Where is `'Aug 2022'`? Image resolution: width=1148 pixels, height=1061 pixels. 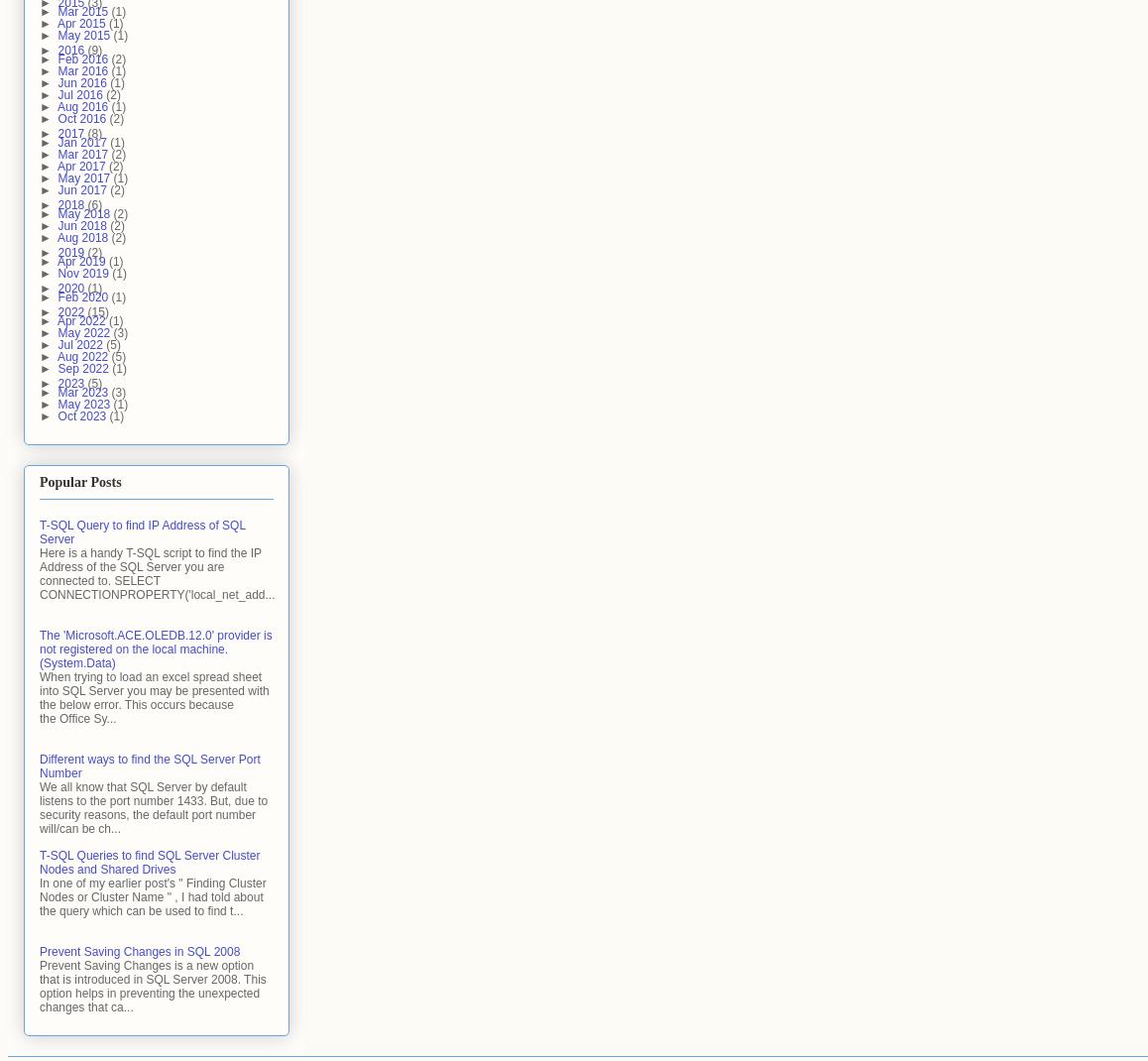 'Aug 2022' is located at coordinates (83, 355).